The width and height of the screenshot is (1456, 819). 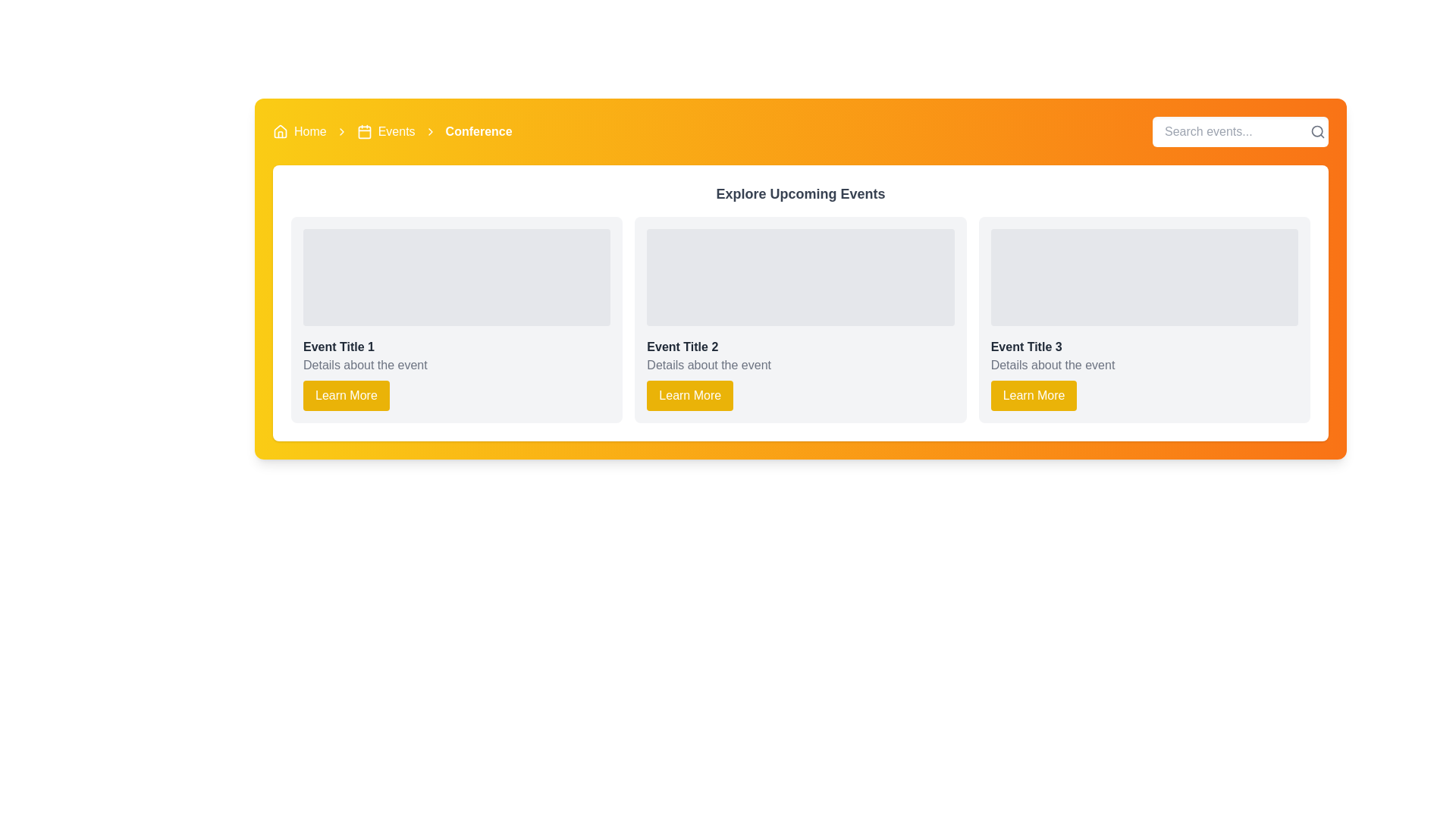 I want to click on the interactive card with a light gray background and a yellow 'Learn More' button located in the rightmost position of the three-column grid layout, so click(x=1144, y=318).